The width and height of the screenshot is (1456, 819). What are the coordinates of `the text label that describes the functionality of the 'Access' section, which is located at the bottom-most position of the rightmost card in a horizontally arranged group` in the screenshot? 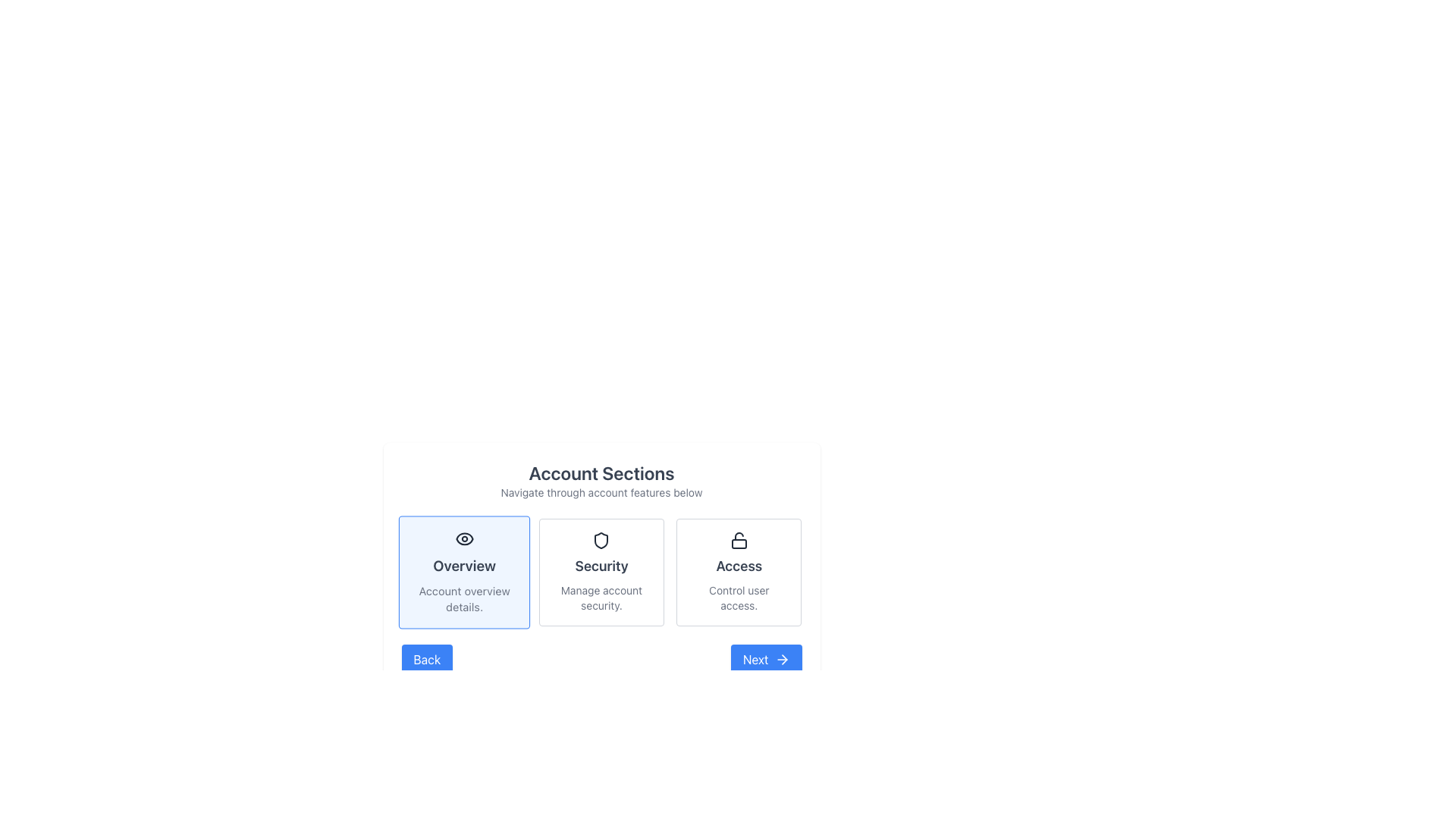 It's located at (739, 598).